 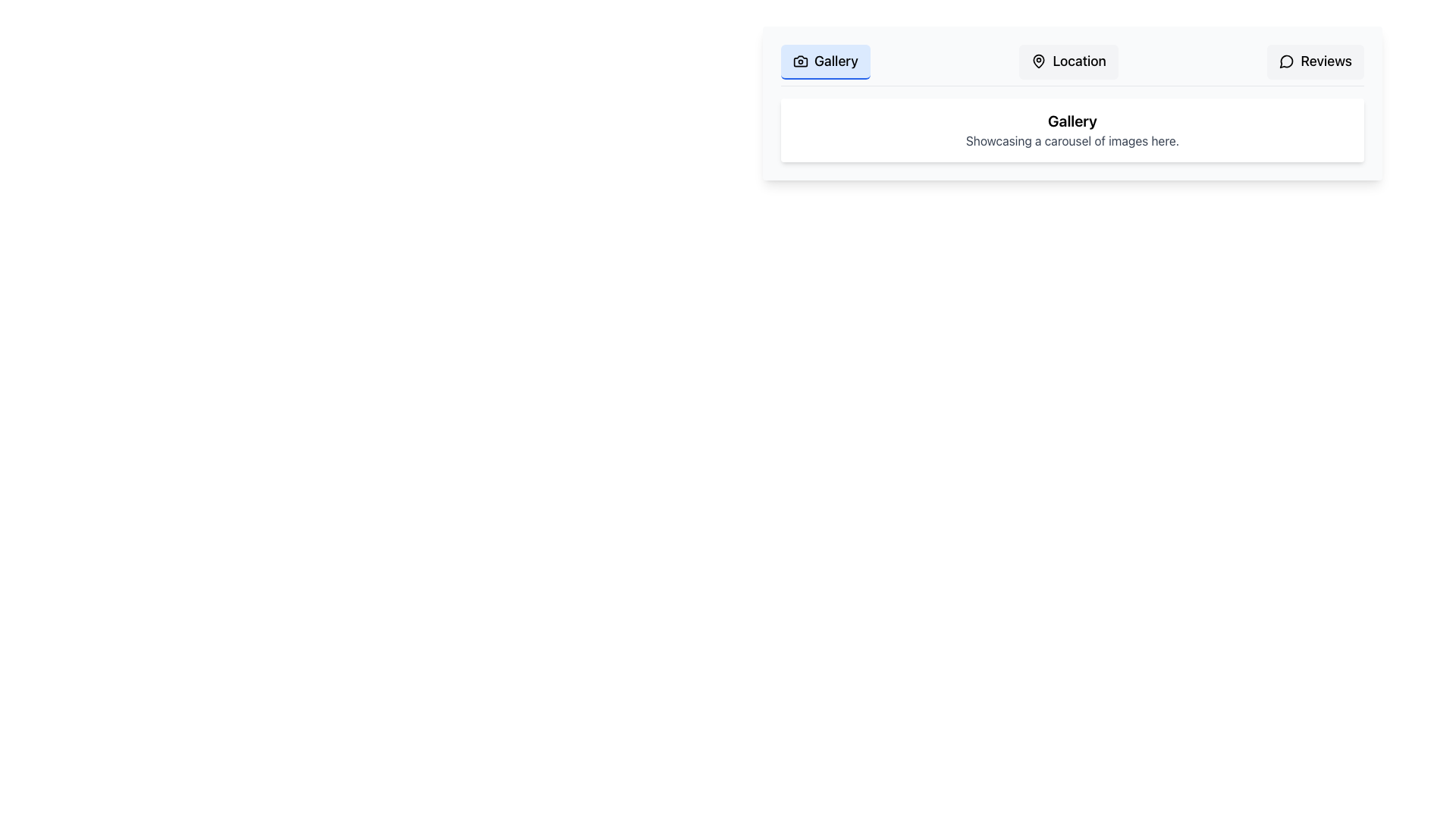 I want to click on the camera icon located in the 'Gallery' tab, so click(x=800, y=61).